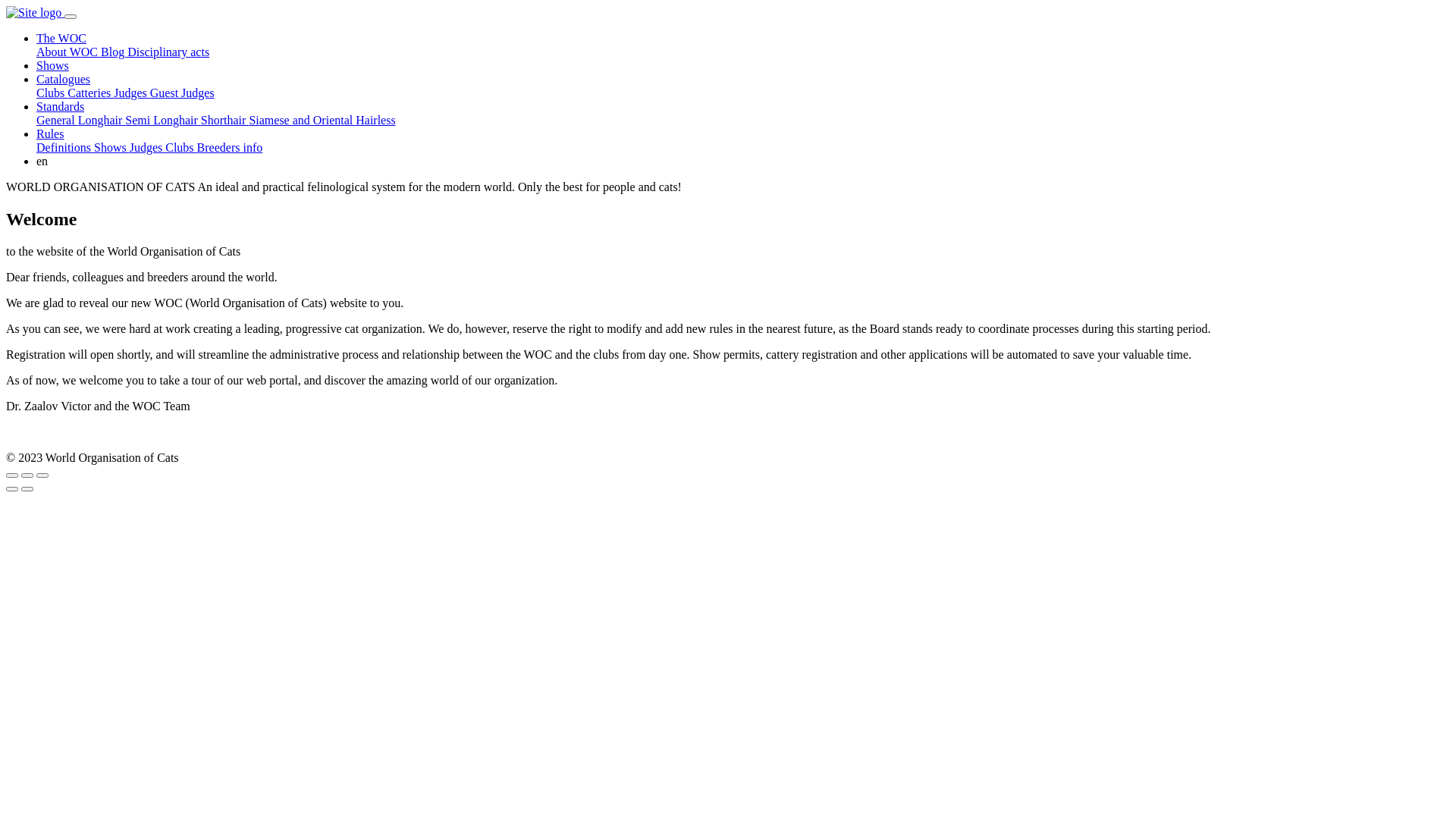 The image size is (1456, 819). What do you see at coordinates (36, 147) in the screenshot?
I see `'Definitions'` at bounding box center [36, 147].